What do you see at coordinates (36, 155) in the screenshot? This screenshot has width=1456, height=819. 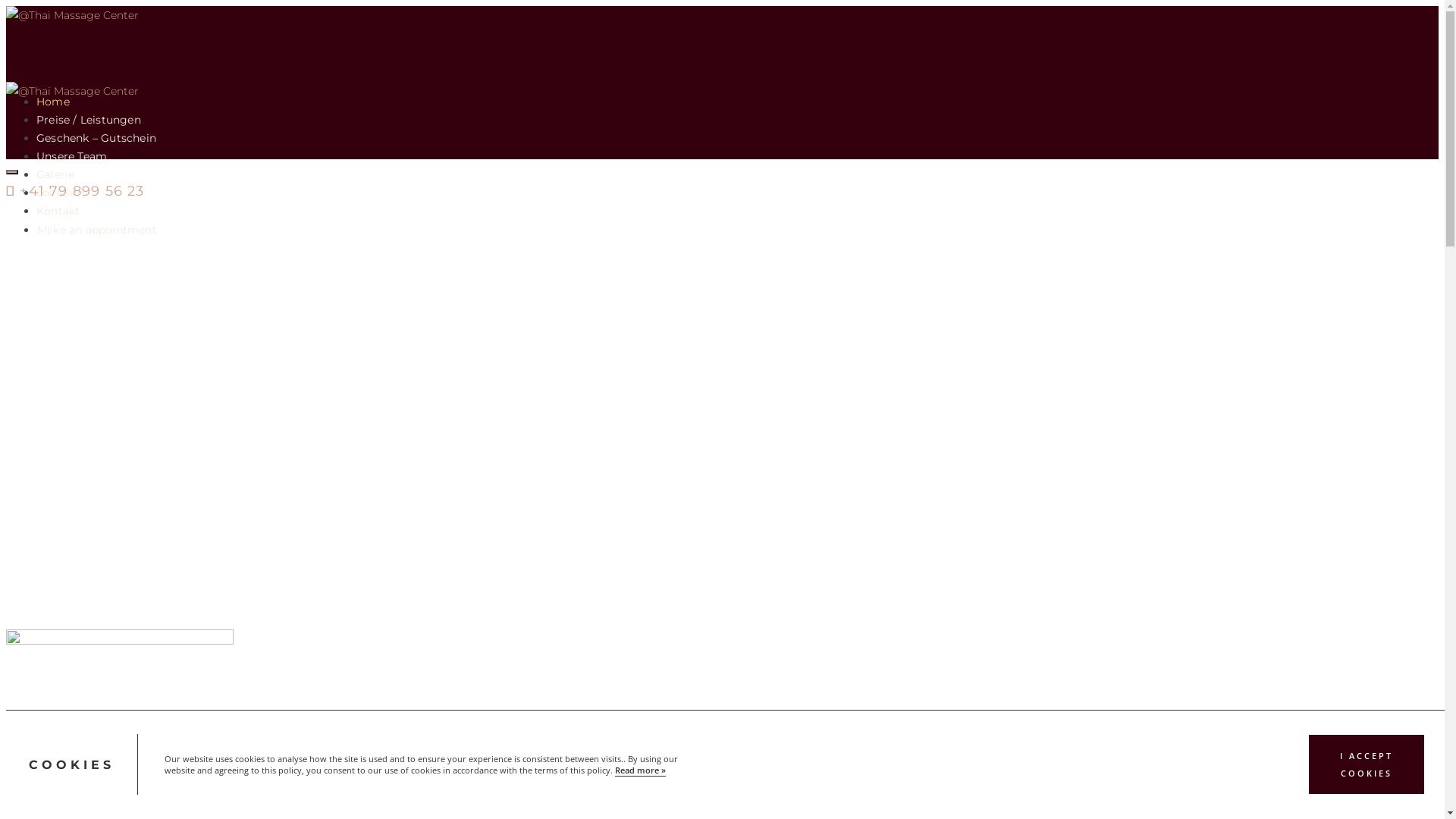 I see `'Unsere Team'` at bounding box center [36, 155].